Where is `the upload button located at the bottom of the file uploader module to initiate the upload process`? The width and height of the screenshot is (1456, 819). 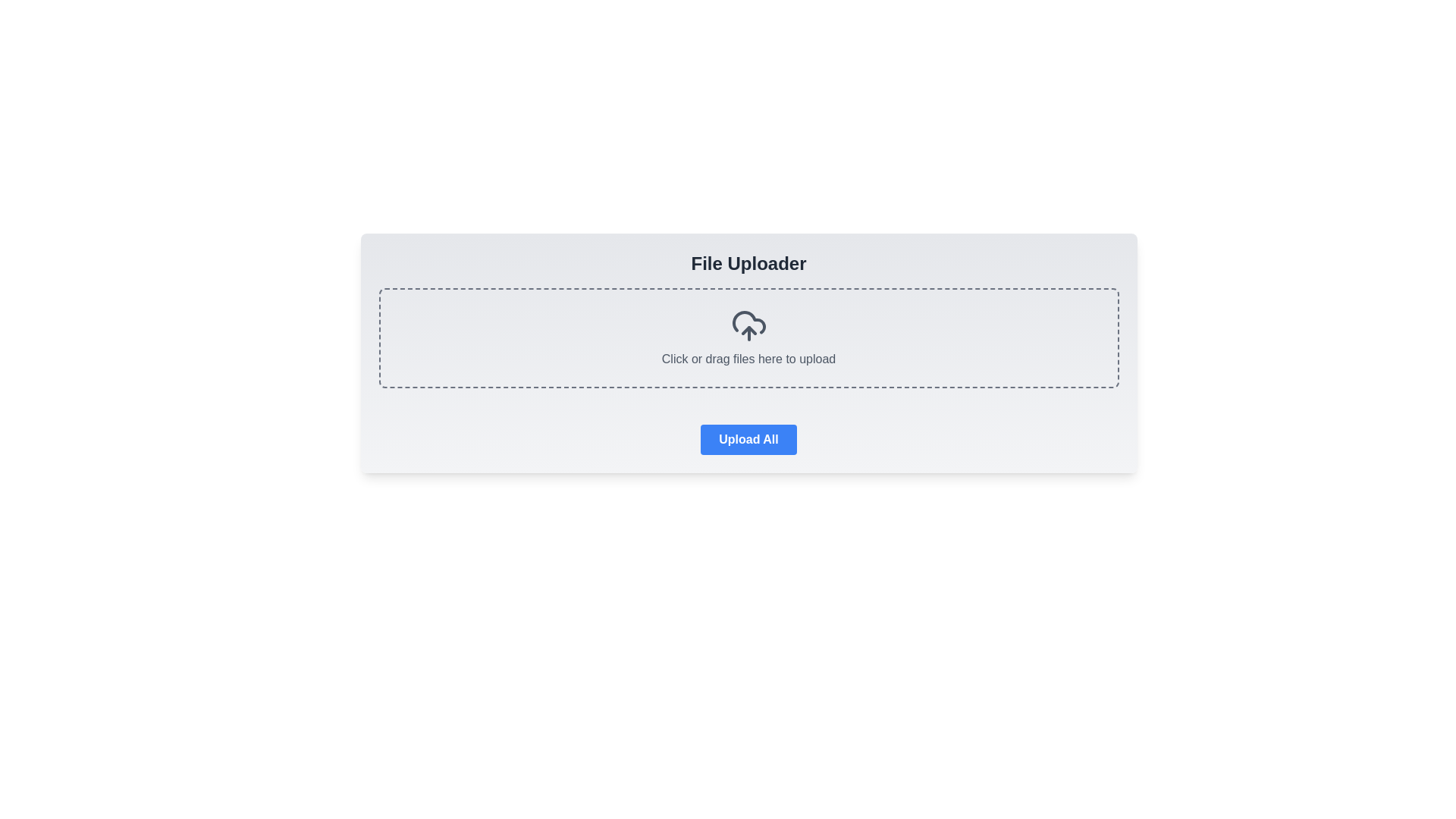 the upload button located at the bottom of the file uploader module to initiate the upload process is located at coordinates (748, 439).